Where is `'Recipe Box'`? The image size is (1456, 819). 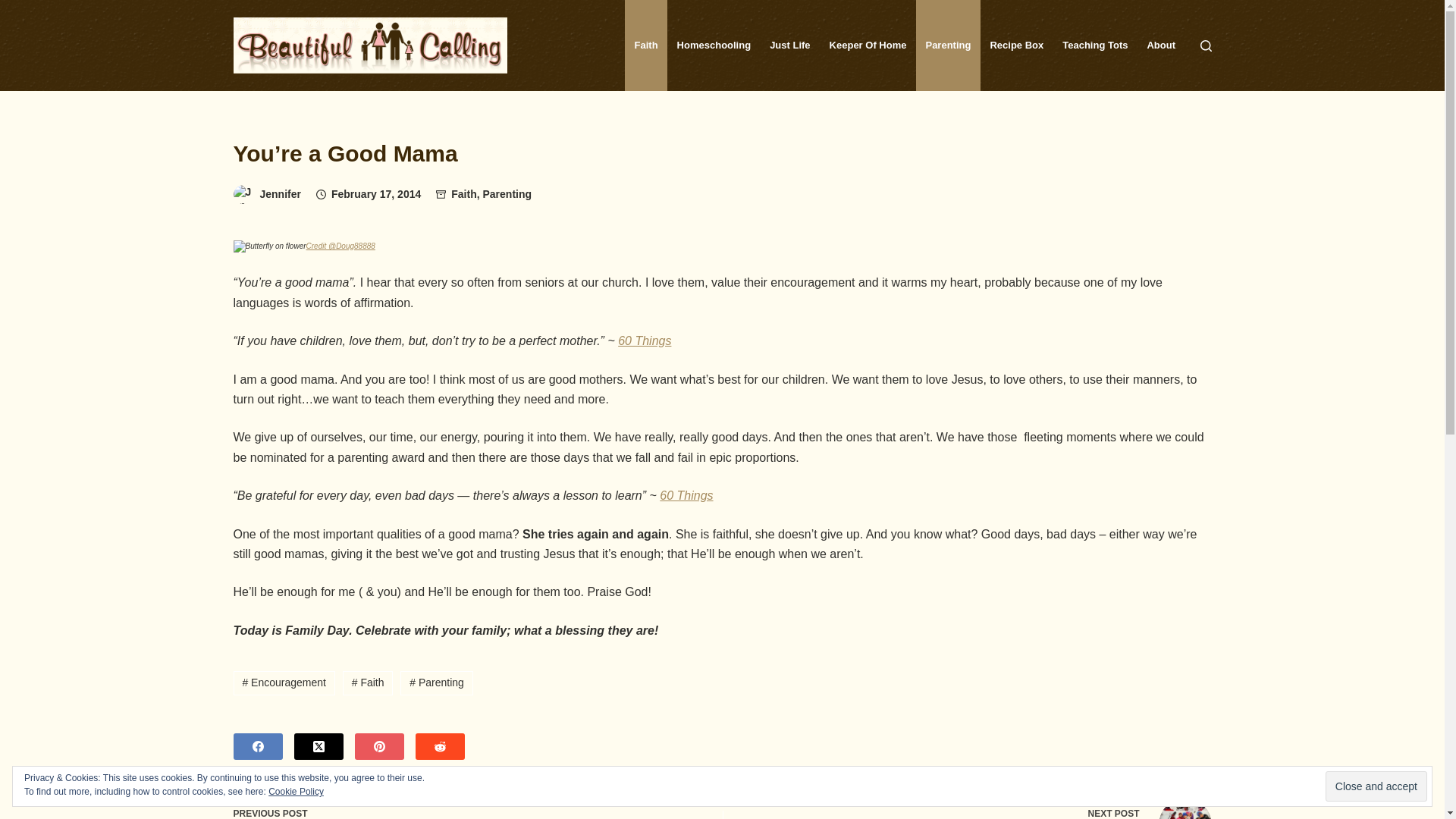
'Recipe Box' is located at coordinates (1016, 45).